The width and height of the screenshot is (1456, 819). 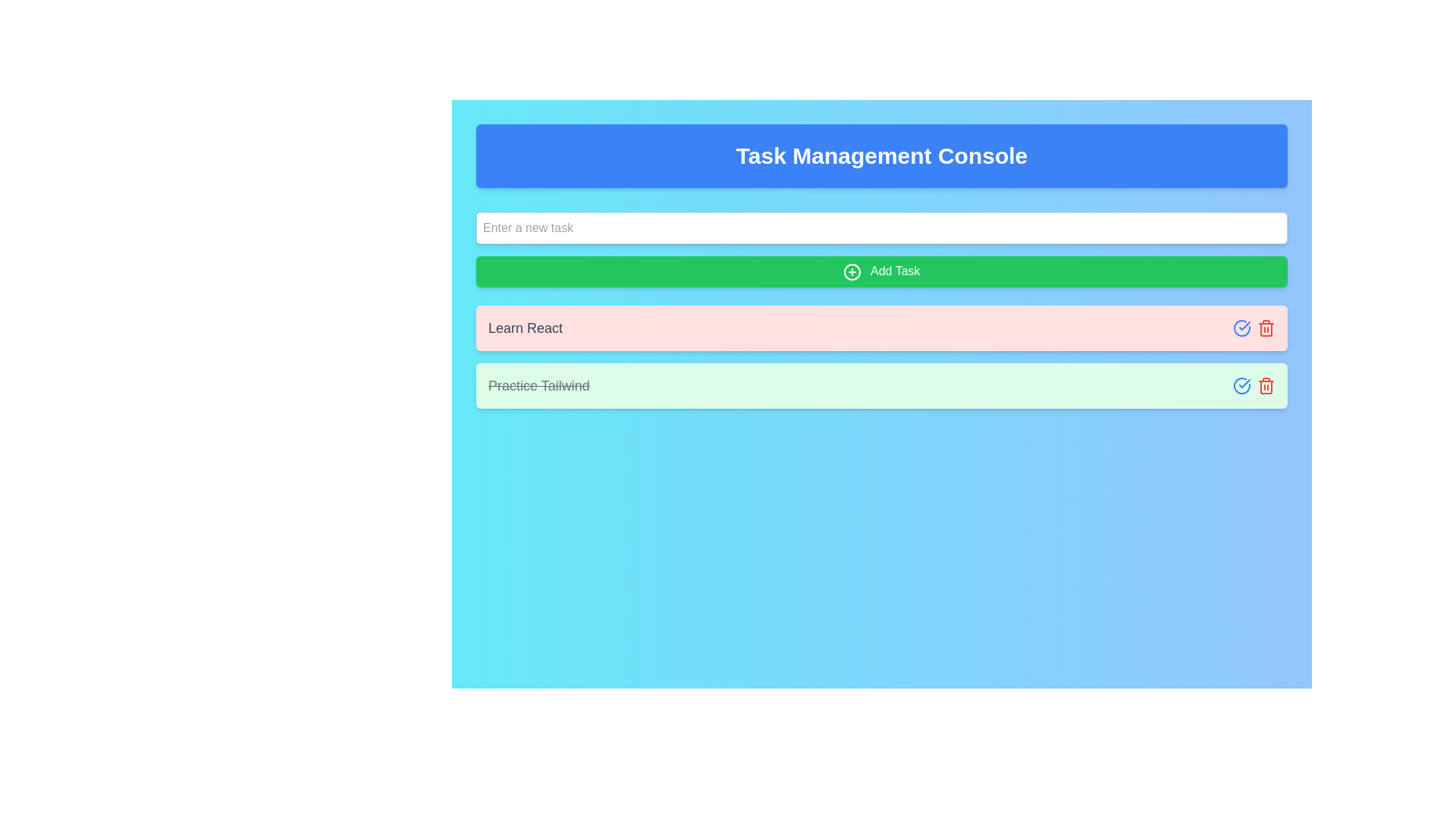 I want to click on the body of the trash can icon, which is part of the task management item for 'Learn React', to invoke the delete action, so click(x=1266, y=328).